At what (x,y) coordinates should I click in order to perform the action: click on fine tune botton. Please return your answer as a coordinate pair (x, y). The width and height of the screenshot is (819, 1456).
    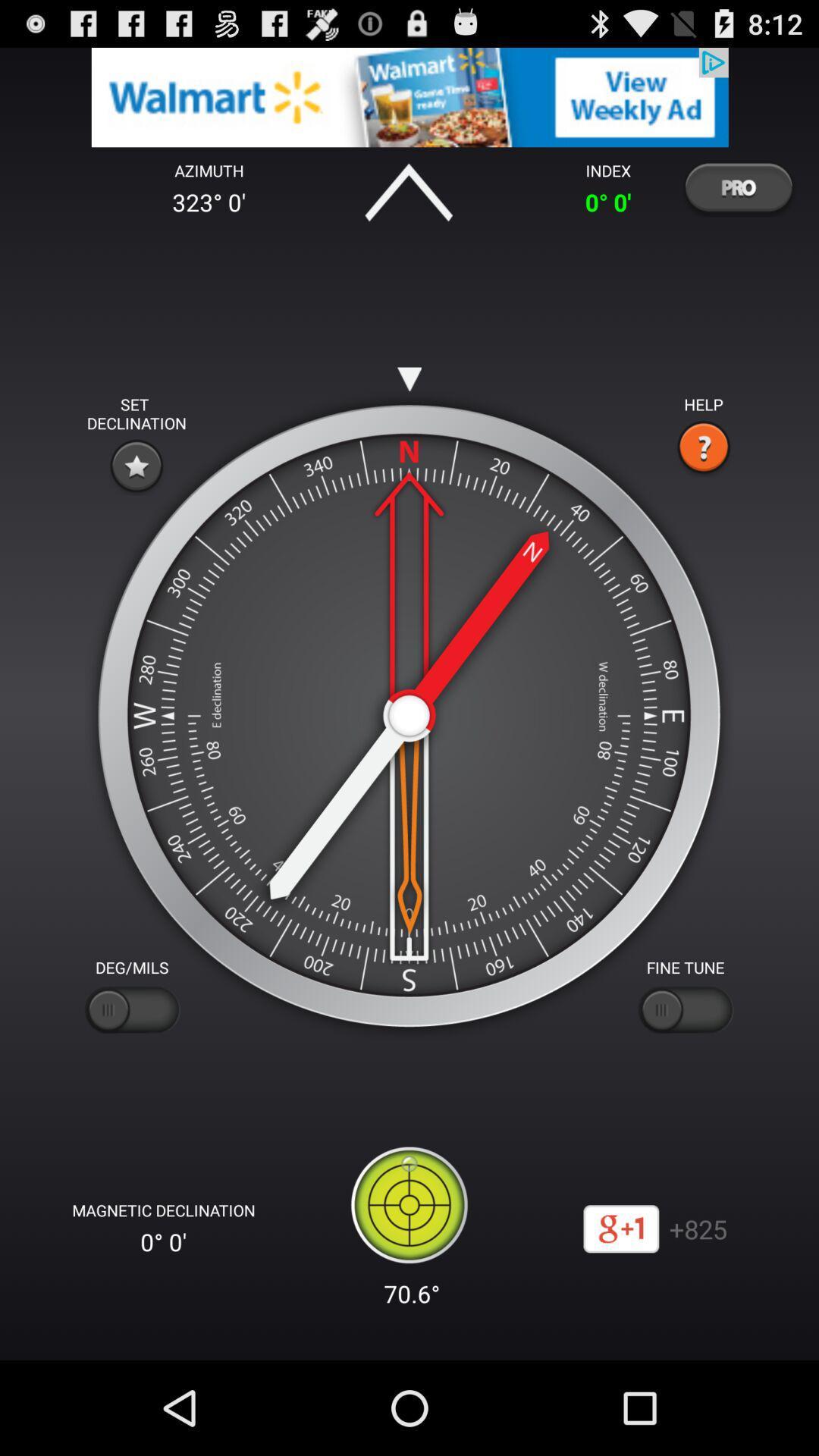
    Looking at the image, I should click on (686, 1010).